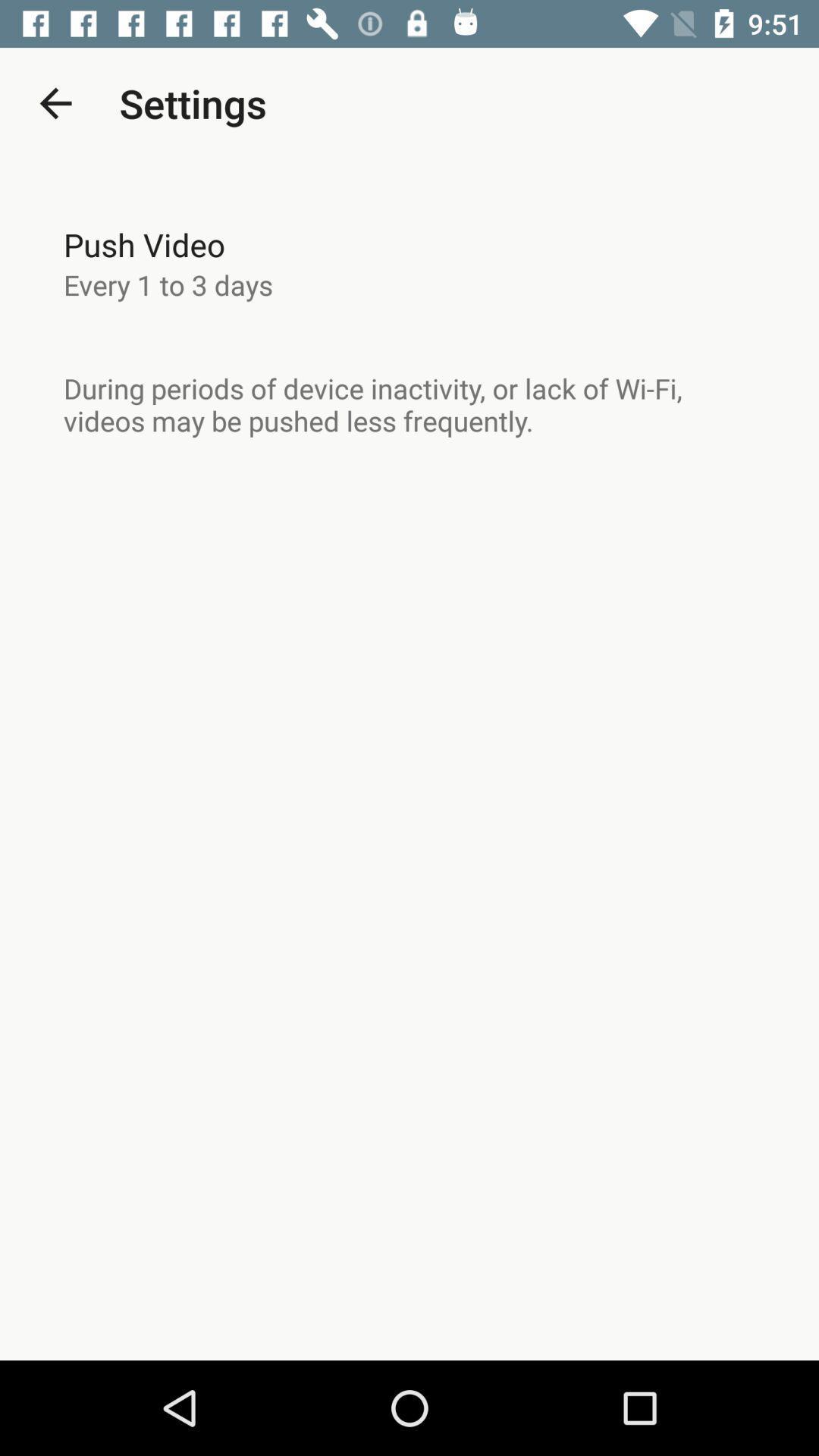 This screenshot has height=1456, width=819. Describe the element at coordinates (409, 404) in the screenshot. I see `the during periods of icon` at that location.